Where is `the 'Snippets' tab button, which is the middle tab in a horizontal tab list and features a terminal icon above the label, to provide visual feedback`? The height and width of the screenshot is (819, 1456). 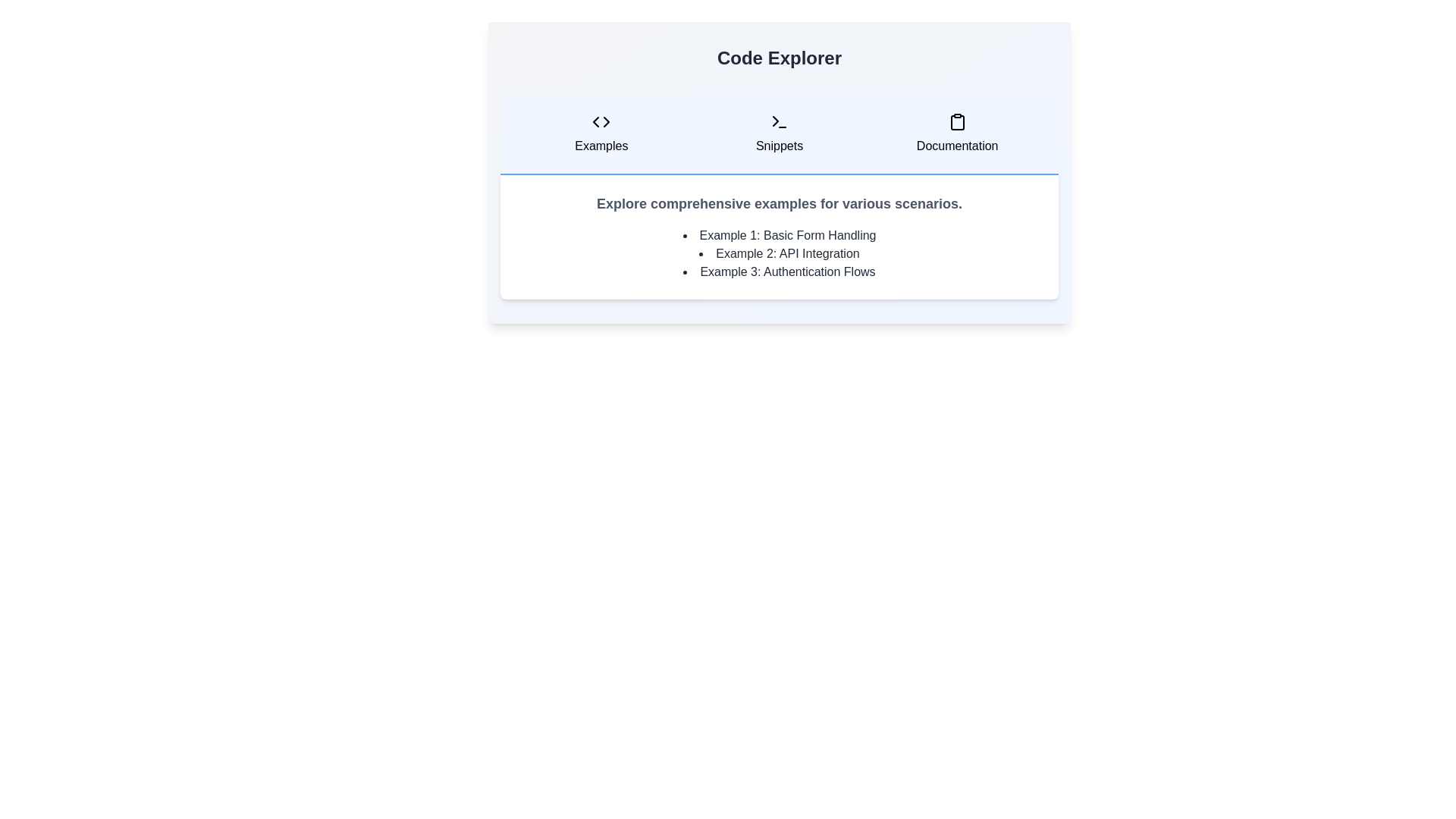
the 'Snippets' tab button, which is the middle tab in a horizontal tab list and features a terminal icon above the label, to provide visual feedback is located at coordinates (779, 133).